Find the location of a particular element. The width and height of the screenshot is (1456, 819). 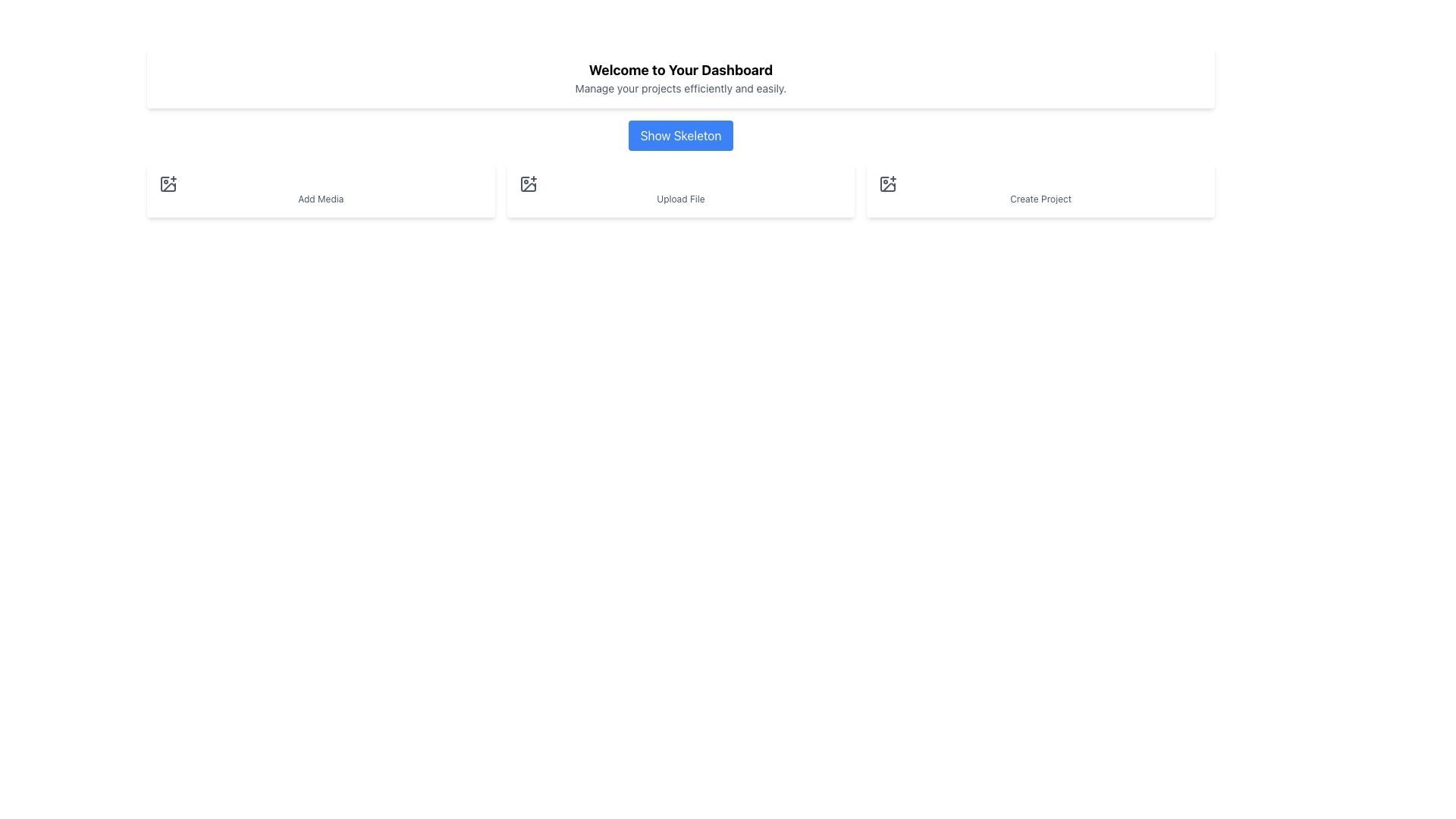

the text element that reads 'Manage your projects efficiently and easily,' which is styled in small gray typography and located beneath the 'Welcome to Your Dashboard' title is located at coordinates (679, 88).